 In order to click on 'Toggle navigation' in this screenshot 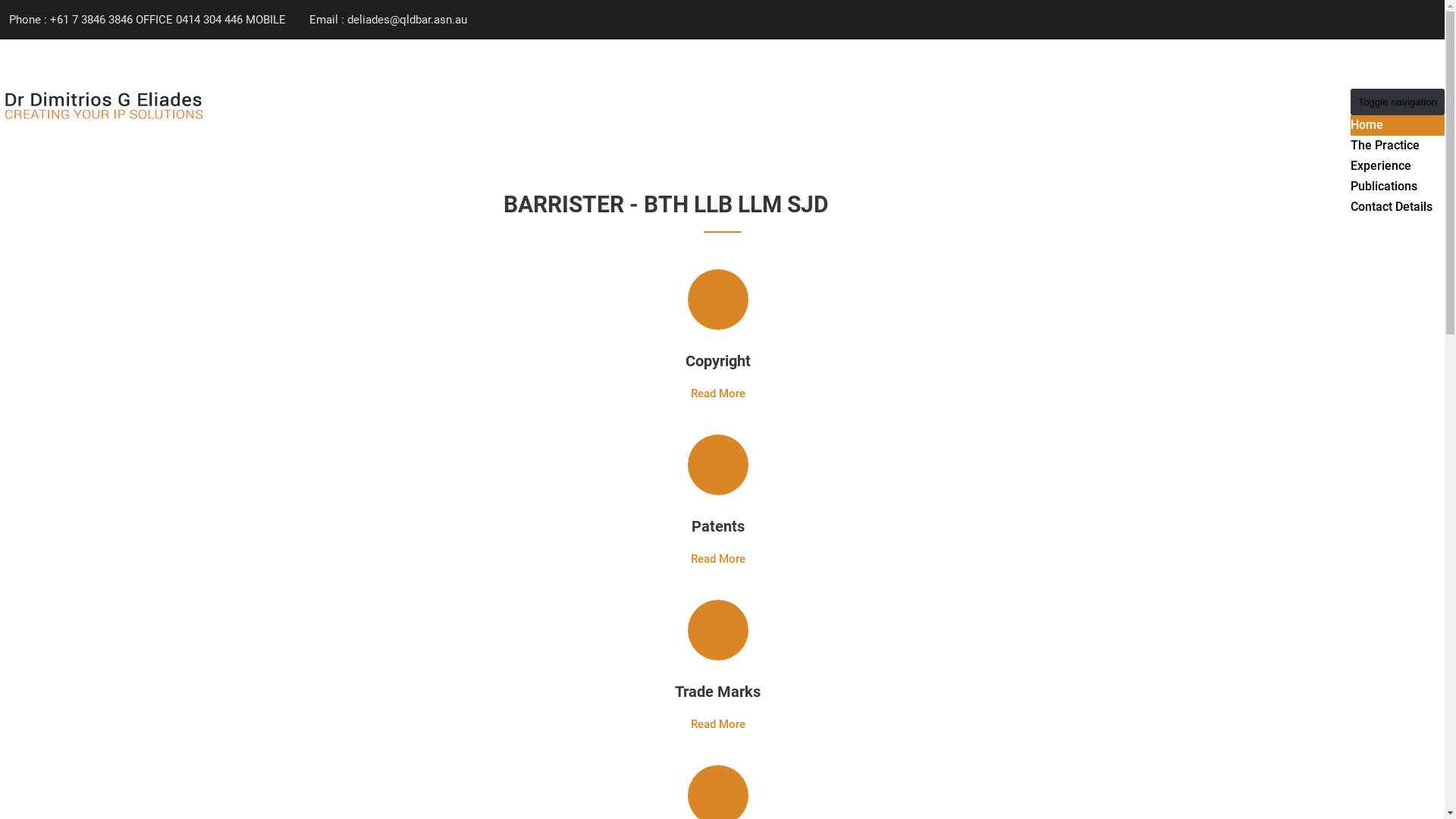, I will do `click(1397, 102)`.